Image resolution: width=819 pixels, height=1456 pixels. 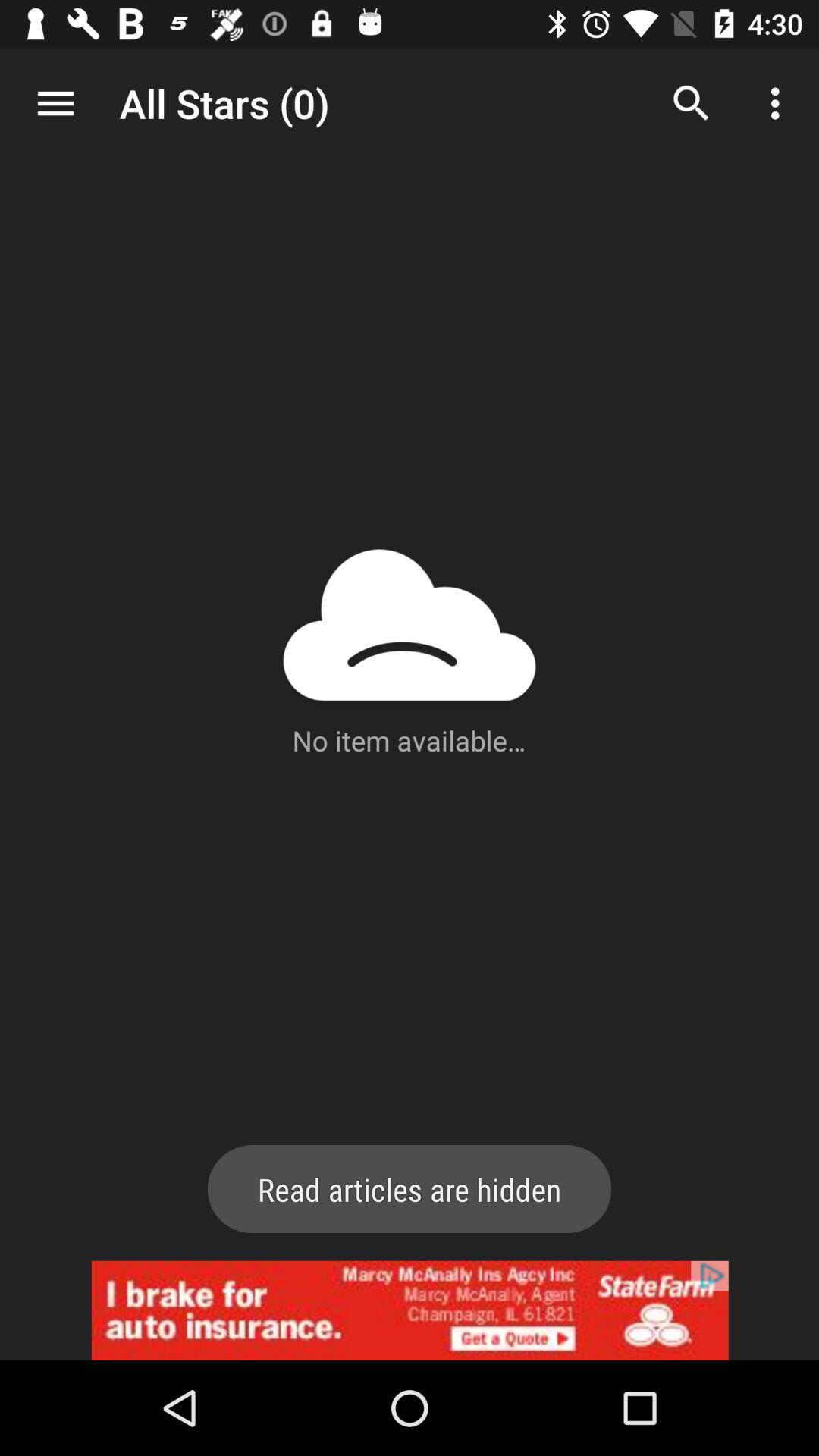 I want to click on advertisement click, so click(x=409, y=1310).